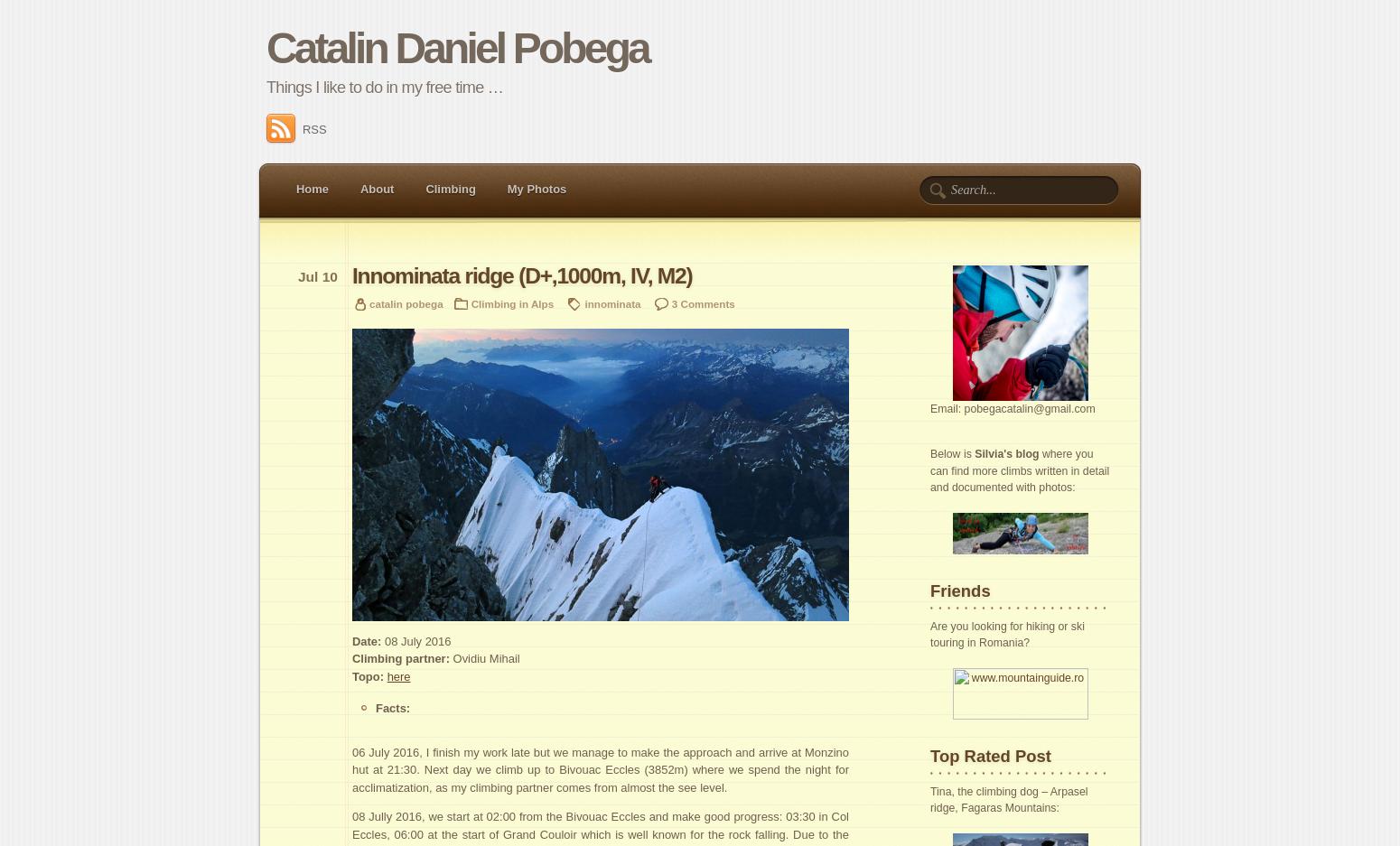  What do you see at coordinates (1006, 634) in the screenshot?
I see `'Are you looking for hiking or ski touring in Romania?'` at bounding box center [1006, 634].